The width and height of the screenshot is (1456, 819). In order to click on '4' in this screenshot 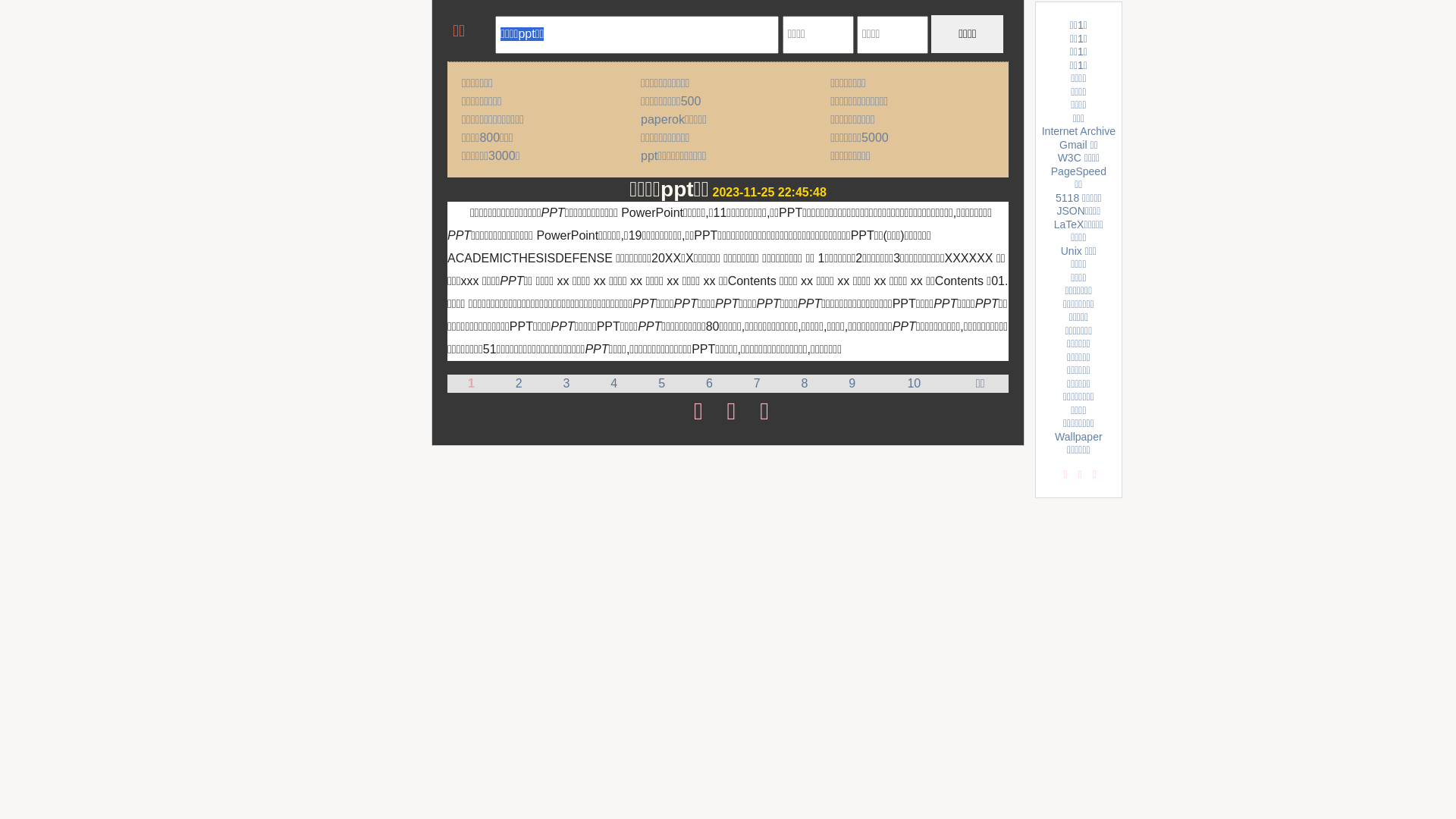, I will do `click(613, 382)`.